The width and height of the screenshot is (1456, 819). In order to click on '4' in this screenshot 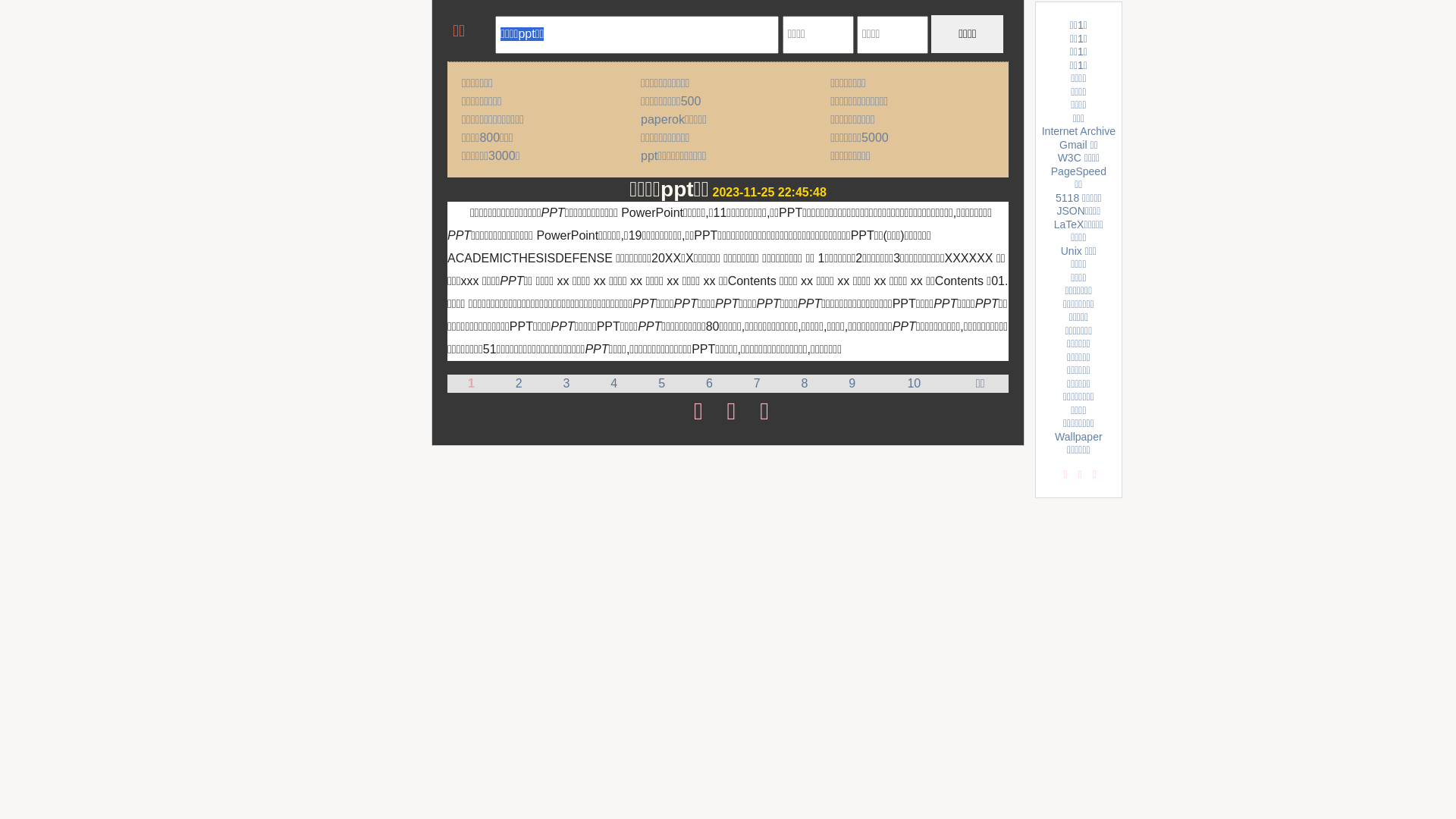, I will do `click(613, 382)`.